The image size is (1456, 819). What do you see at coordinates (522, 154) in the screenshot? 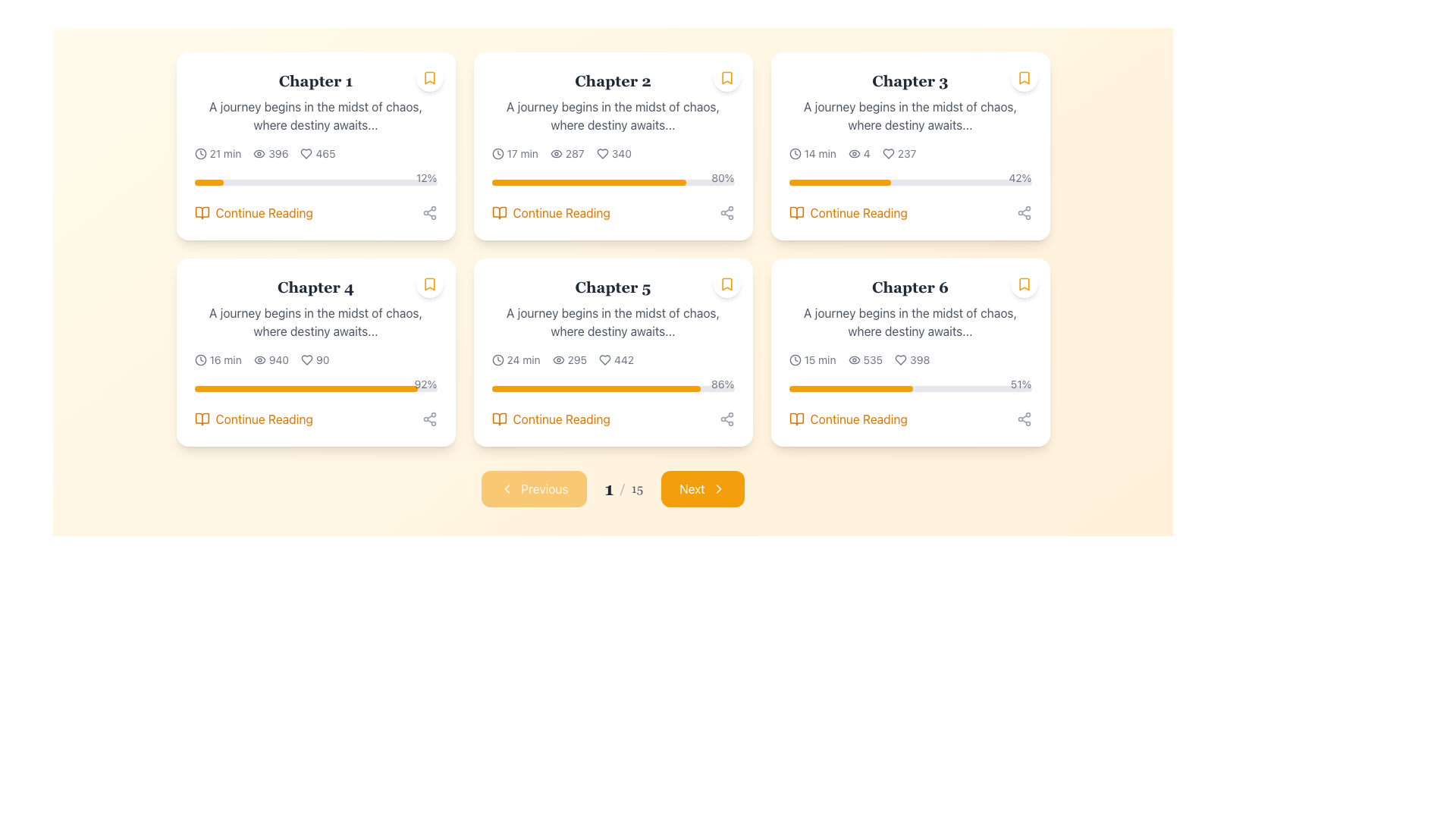
I see `estimated reading time displayed in the text element located below the chapter title and description of 'Chapter 2'` at bounding box center [522, 154].